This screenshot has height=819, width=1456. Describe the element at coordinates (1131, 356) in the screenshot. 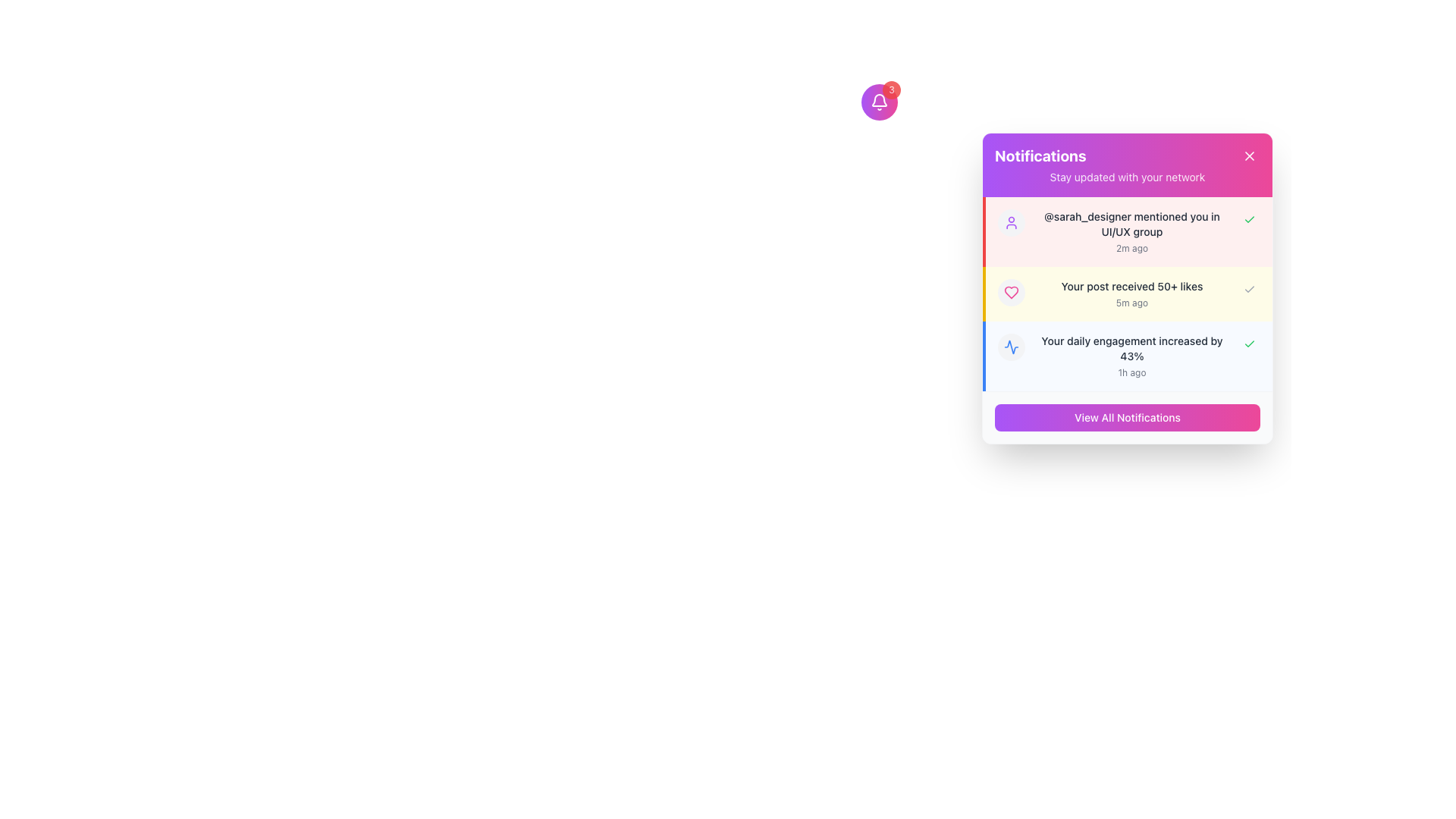

I see `the Notification summary text that informs the user about an increase in their daily engagement, located in the third notification row below 'Your post received 50+ likes'` at that location.